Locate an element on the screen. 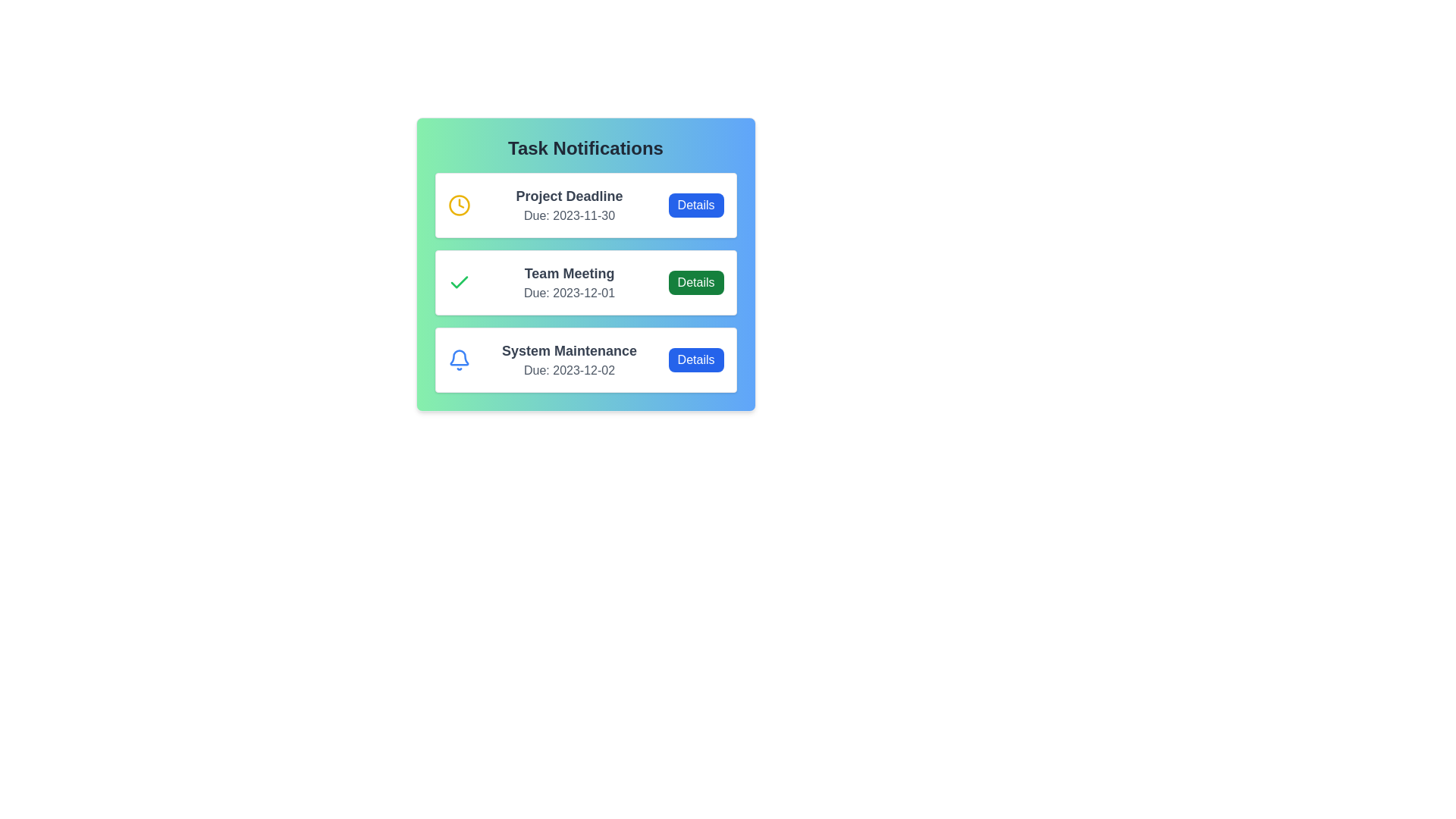 This screenshot has height=819, width=1456. the status indicator icon for the task 'Project Deadline' is located at coordinates (458, 205).